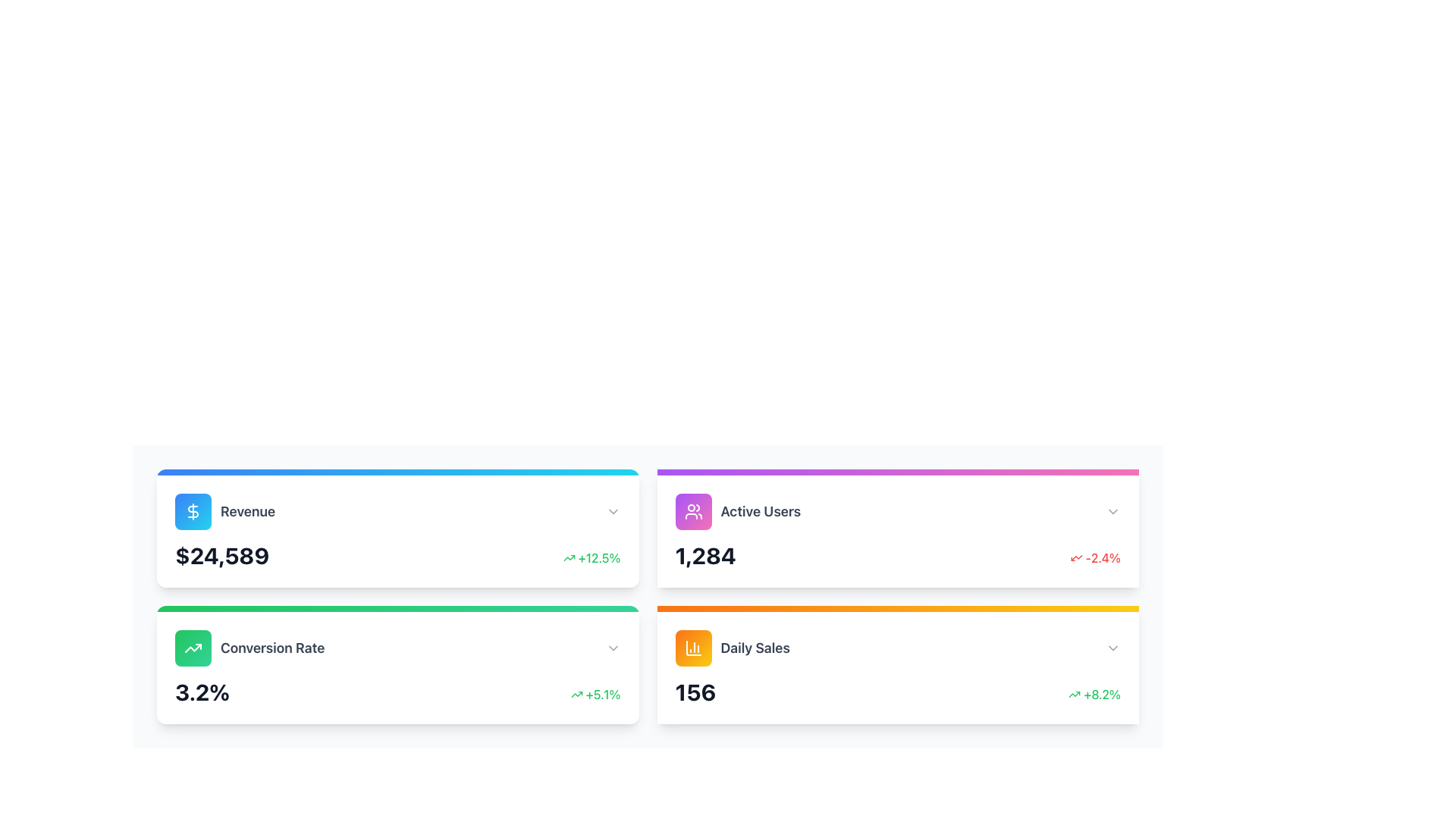 The image size is (1456, 819). Describe the element at coordinates (202, 692) in the screenshot. I see `the text display element showing '3.2%' which is positioned in the bottom-left card of the dashboard view, adjacent to the label 'Conversion Rate'` at that location.